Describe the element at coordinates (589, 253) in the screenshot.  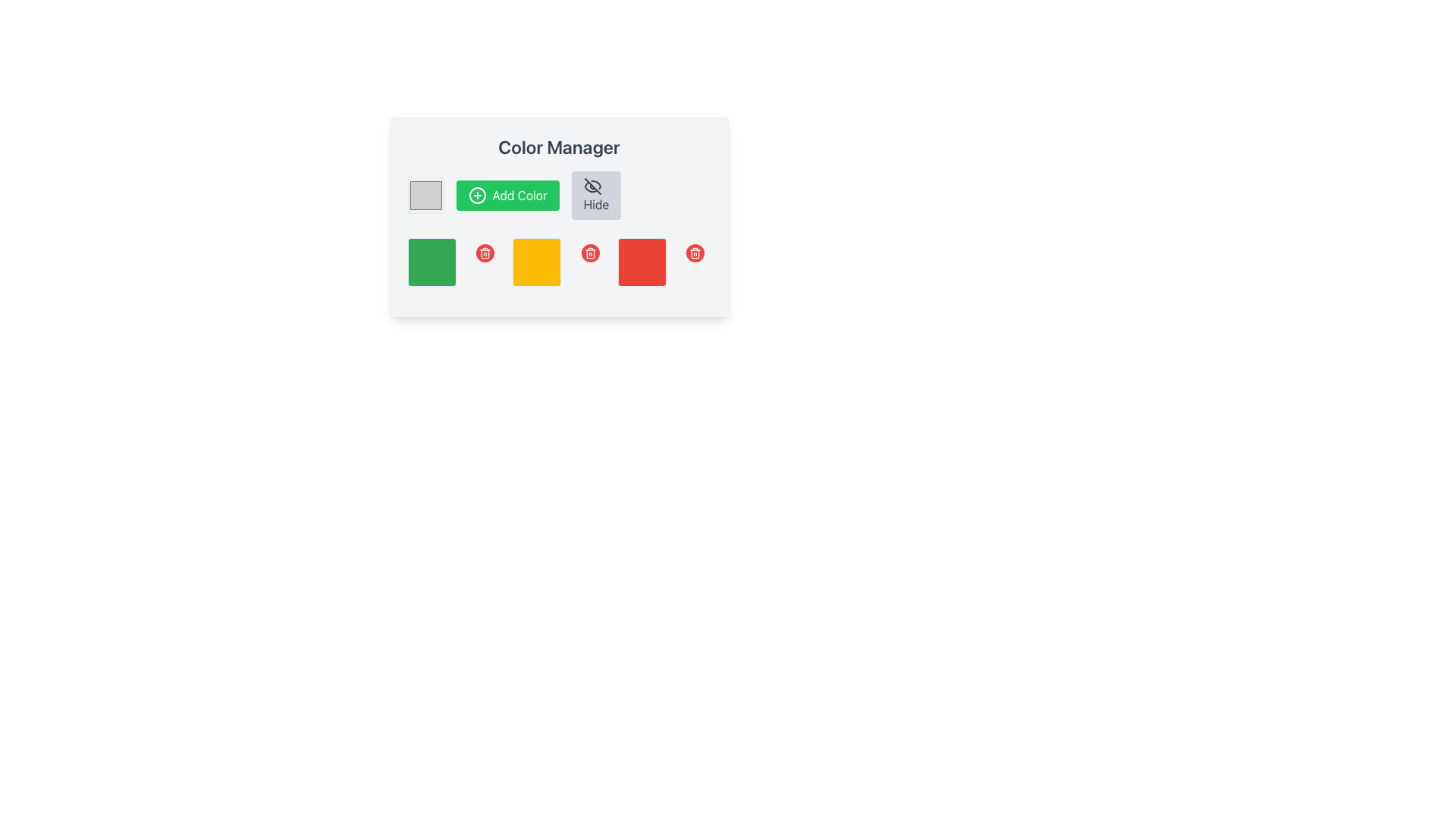
I see `the trash can icon button, which is visually represented with white strokes on a circular red background` at that location.